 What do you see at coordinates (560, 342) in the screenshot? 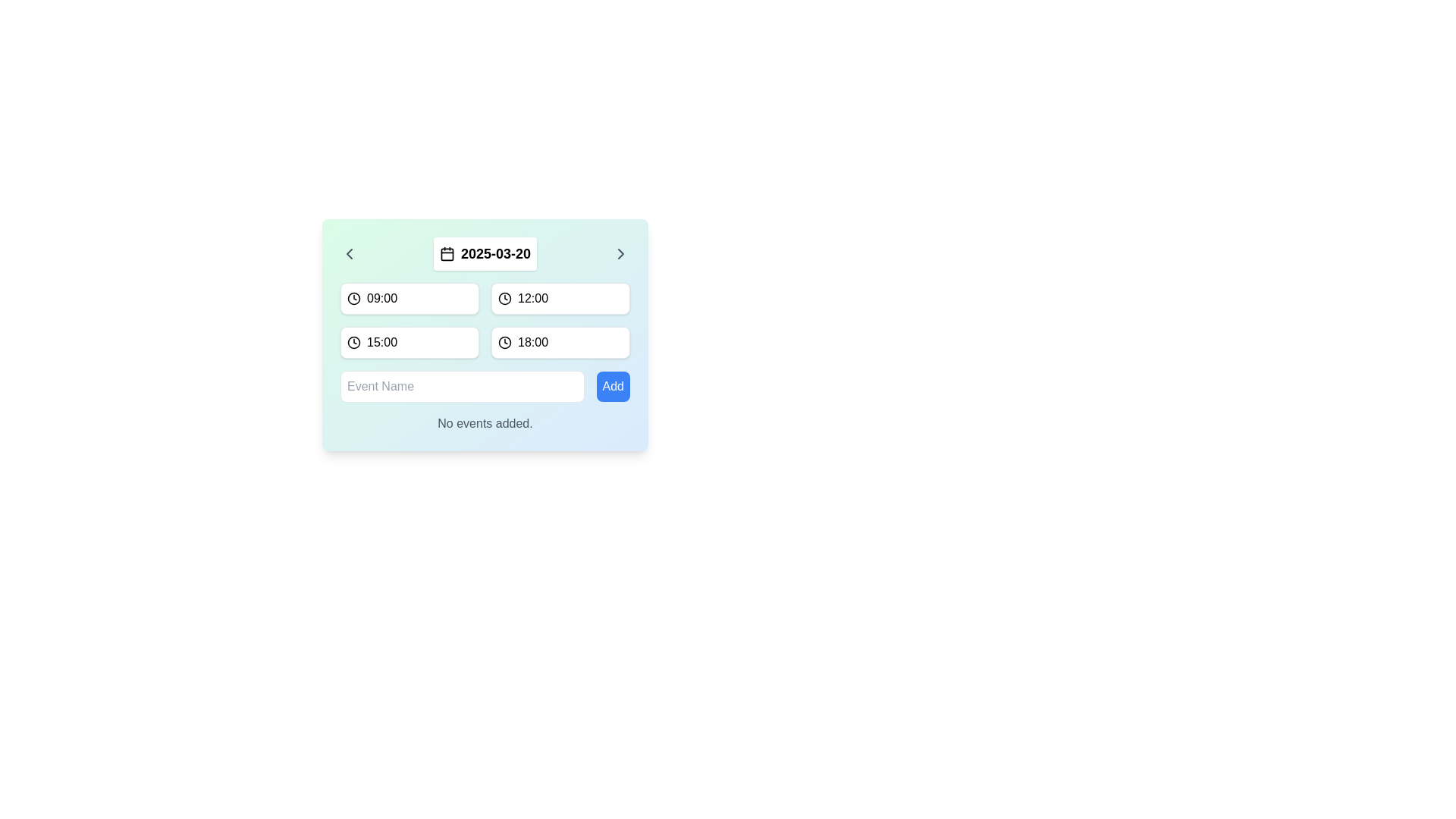
I see `the button for selecting the time 18:00` at bounding box center [560, 342].